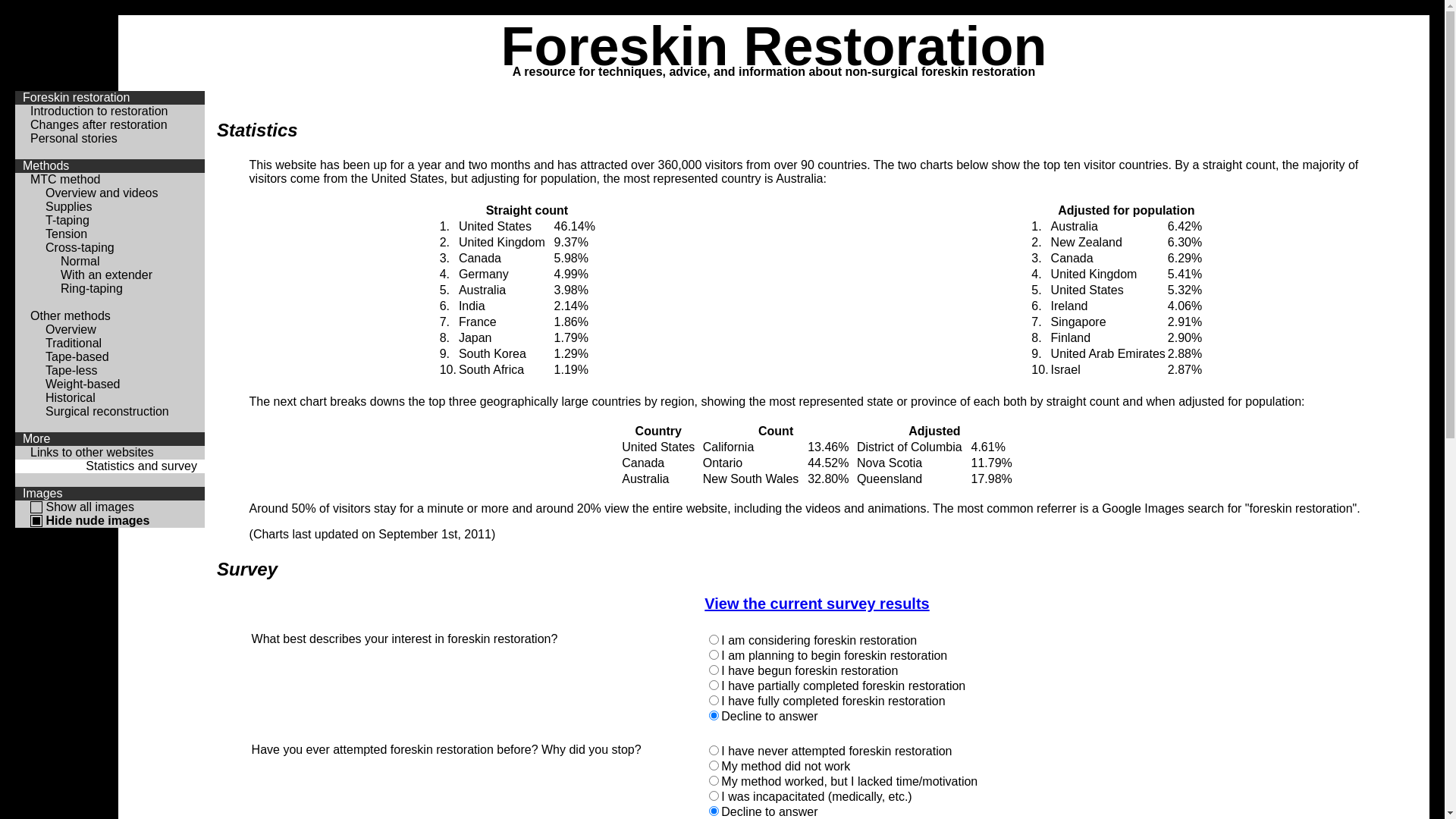 This screenshot has height=819, width=1456. I want to click on 'With an extender', so click(105, 275).